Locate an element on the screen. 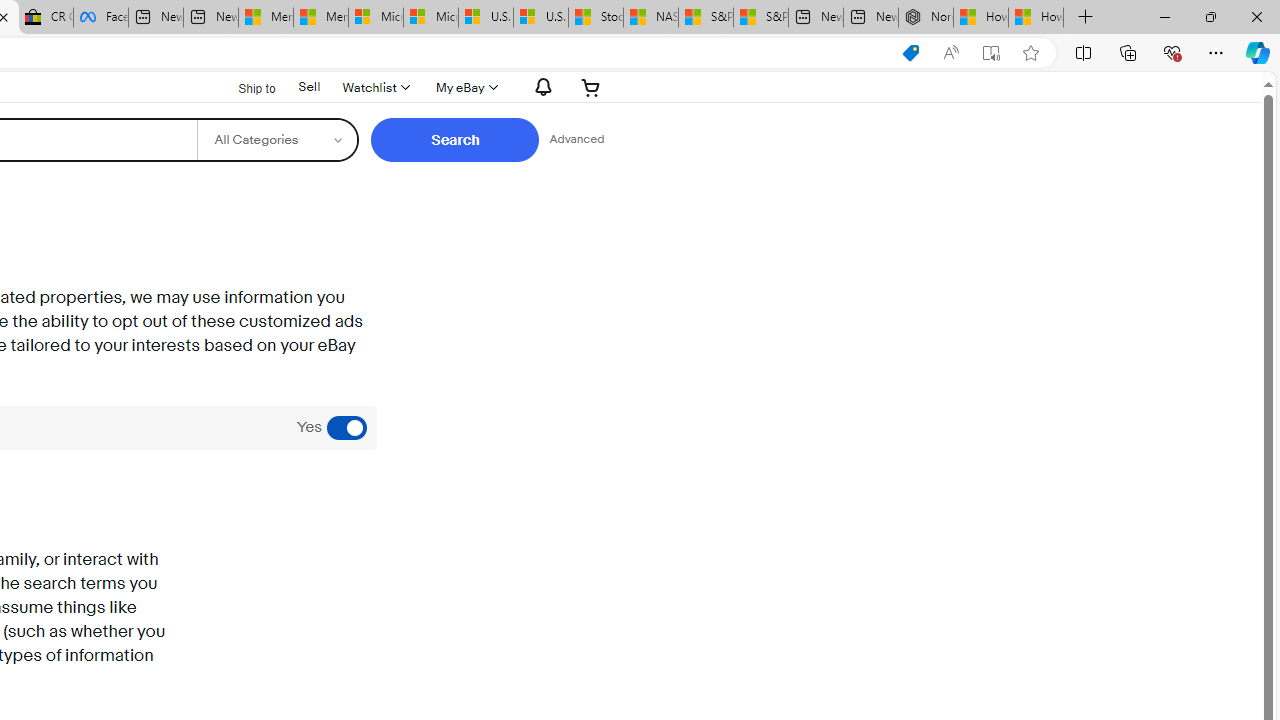 This screenshot has height=720, width=1280. 'Select a category for search' is located at coordinates (276, 139).